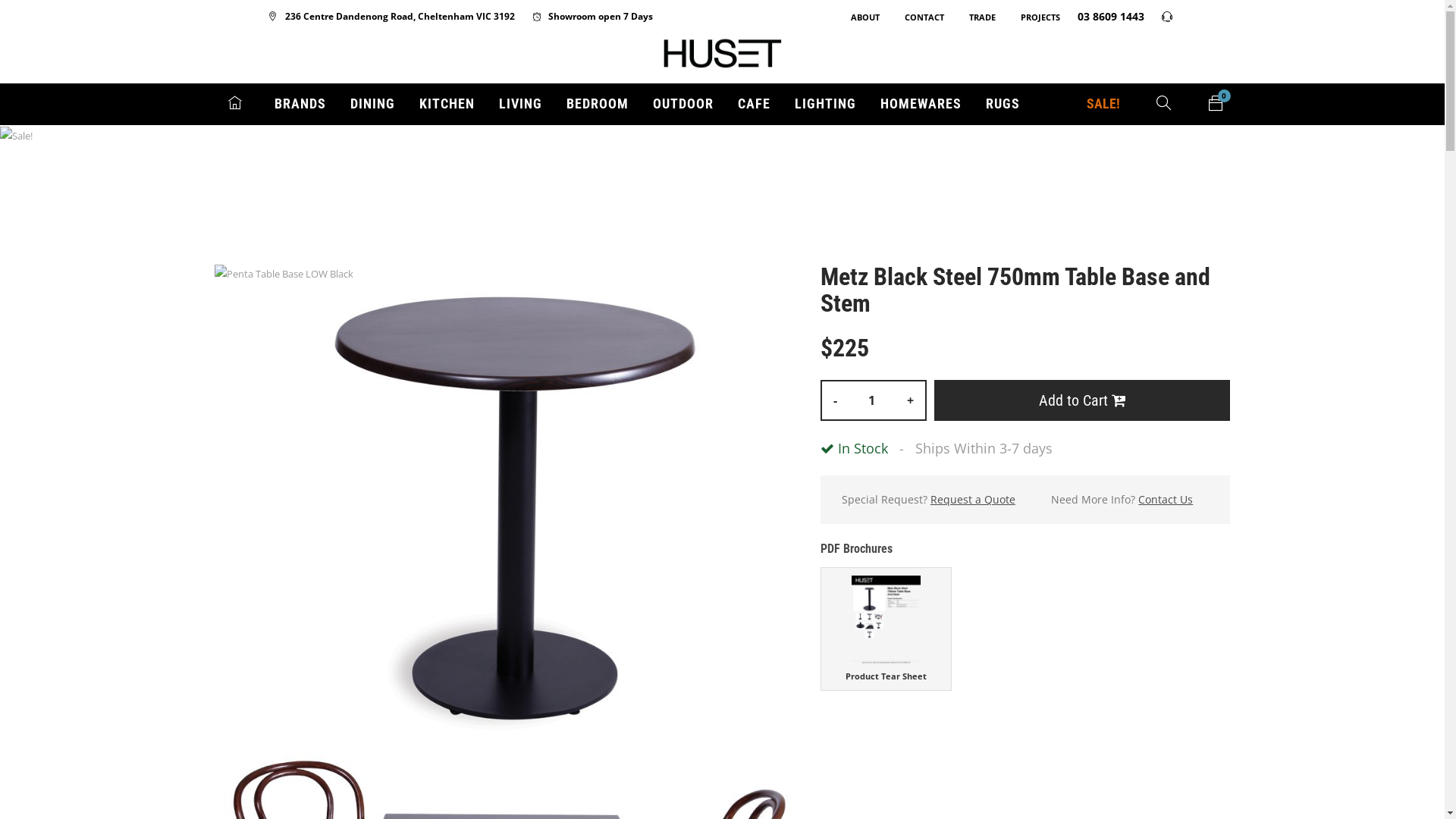  Describe the element at coordinates (952, 17) in the screenshot. I see `'TRADE'` at that location.